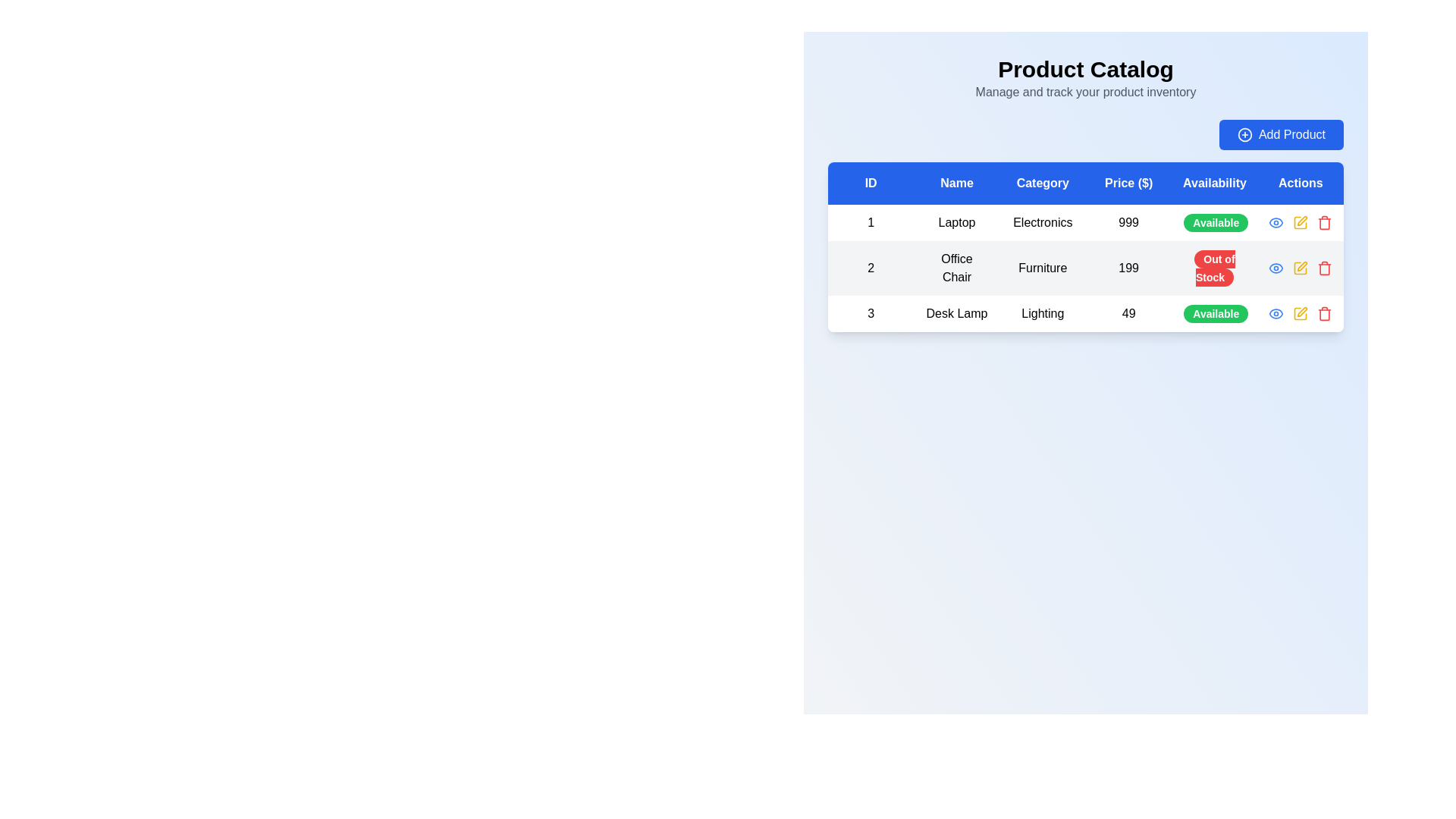 This screenshot has width=1456, height=819. Describe the element at coordinates (1300, 183) in the screenshot. I see `the 'Actions' column header, which is the last column header in a table with a blue background and white text` at that location.